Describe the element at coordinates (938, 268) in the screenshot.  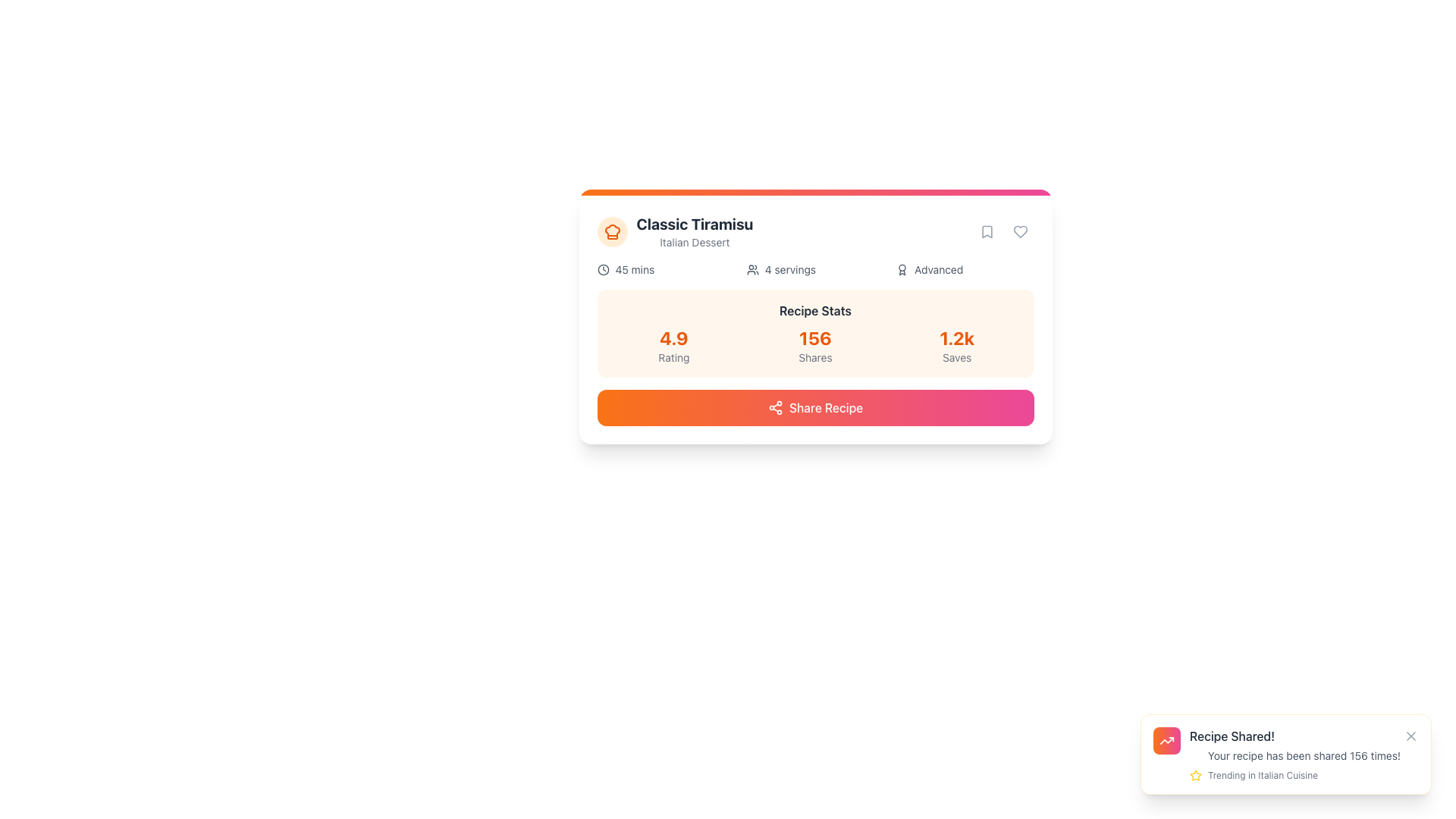
I see `the text label displaying 'Advanced' in gray color, which is located to the right of an award medal icon in the upper-right part of the dessert recipe card` at that location.